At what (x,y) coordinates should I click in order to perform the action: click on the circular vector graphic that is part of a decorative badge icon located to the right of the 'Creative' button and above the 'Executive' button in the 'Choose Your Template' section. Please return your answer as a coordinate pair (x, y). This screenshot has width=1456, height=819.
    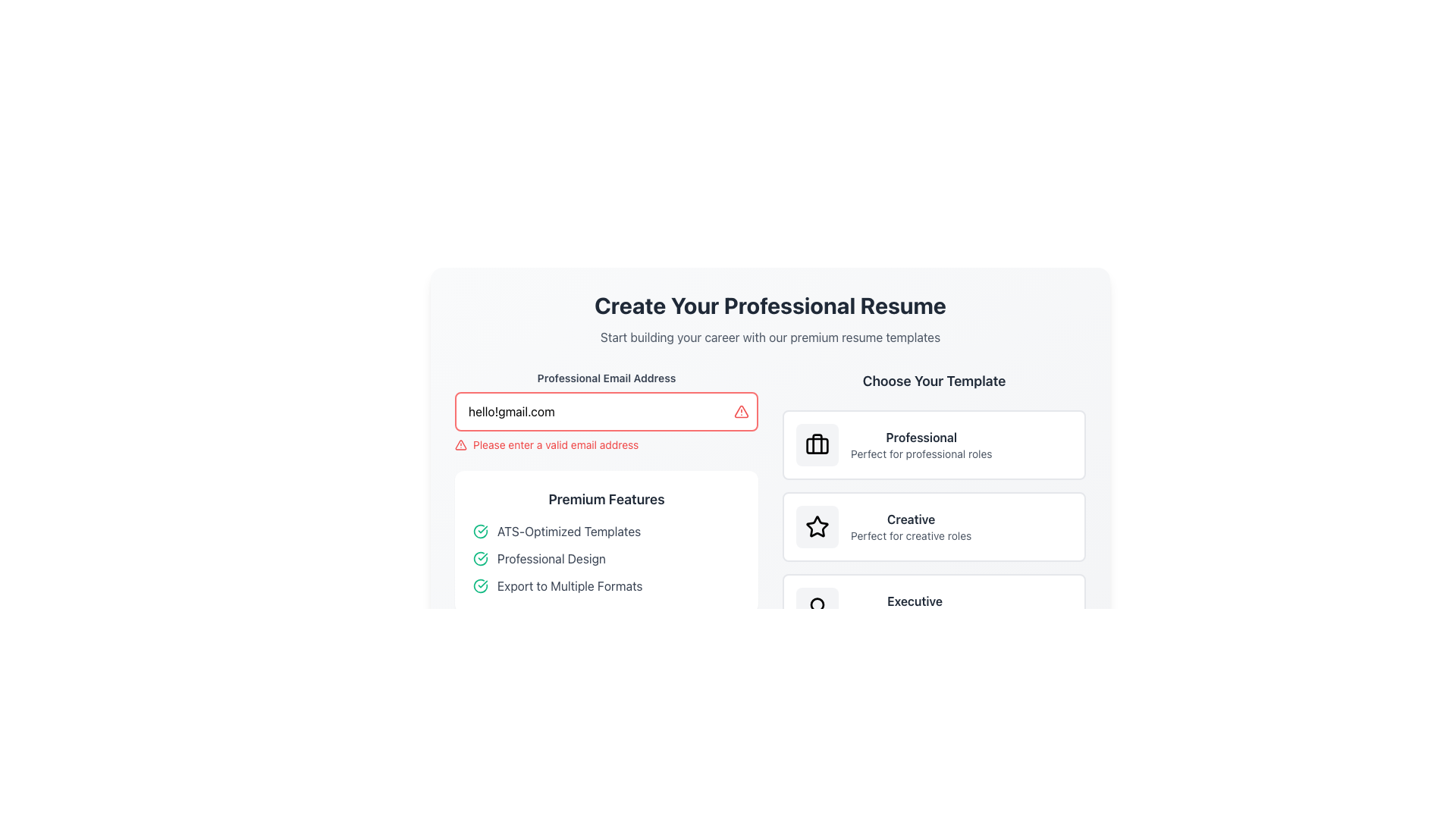
    Looking at the image, I should click on (817, 604).